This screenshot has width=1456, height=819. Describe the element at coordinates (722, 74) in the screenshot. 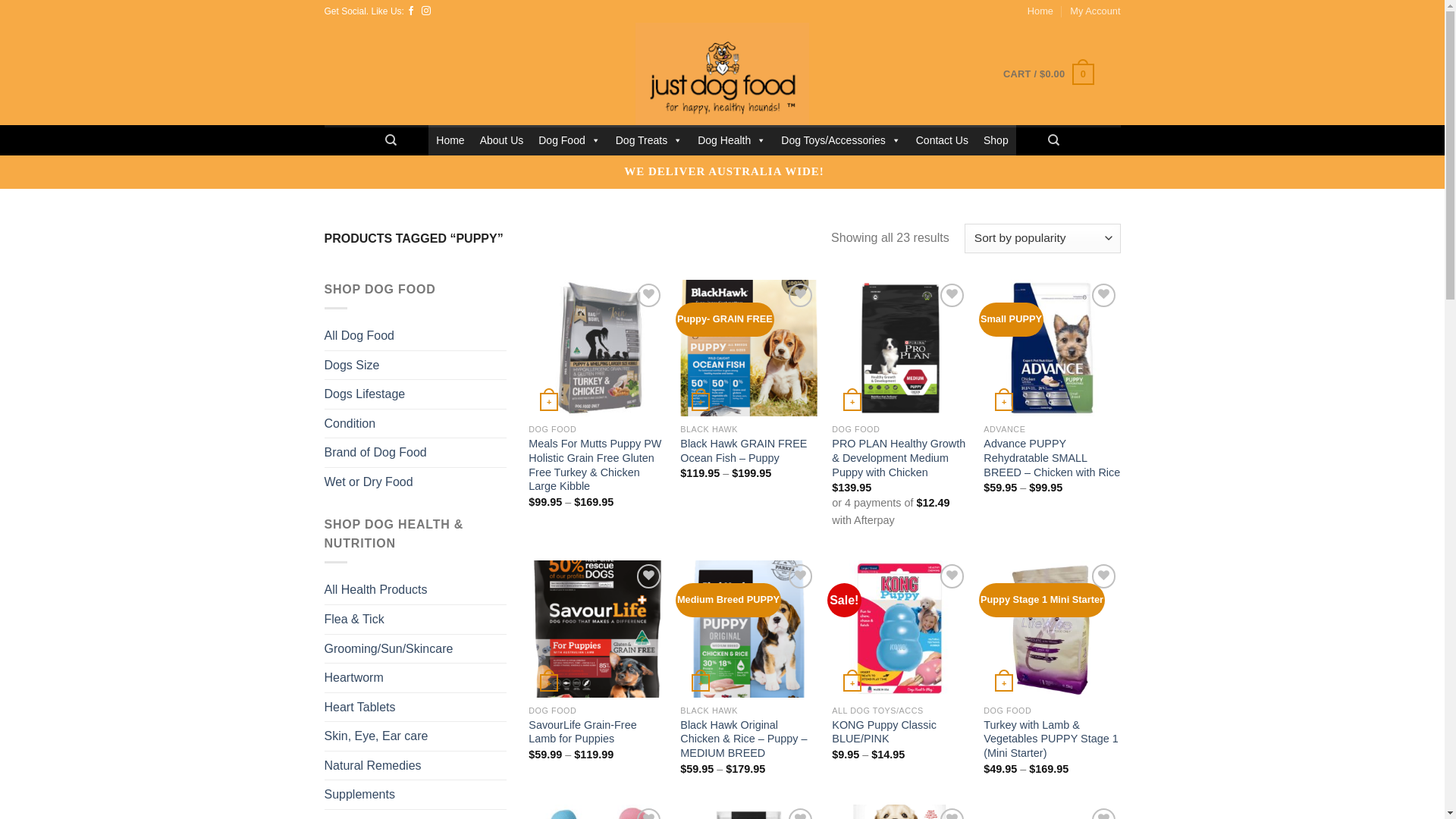

I see `'Just Dog Food'` at that location.